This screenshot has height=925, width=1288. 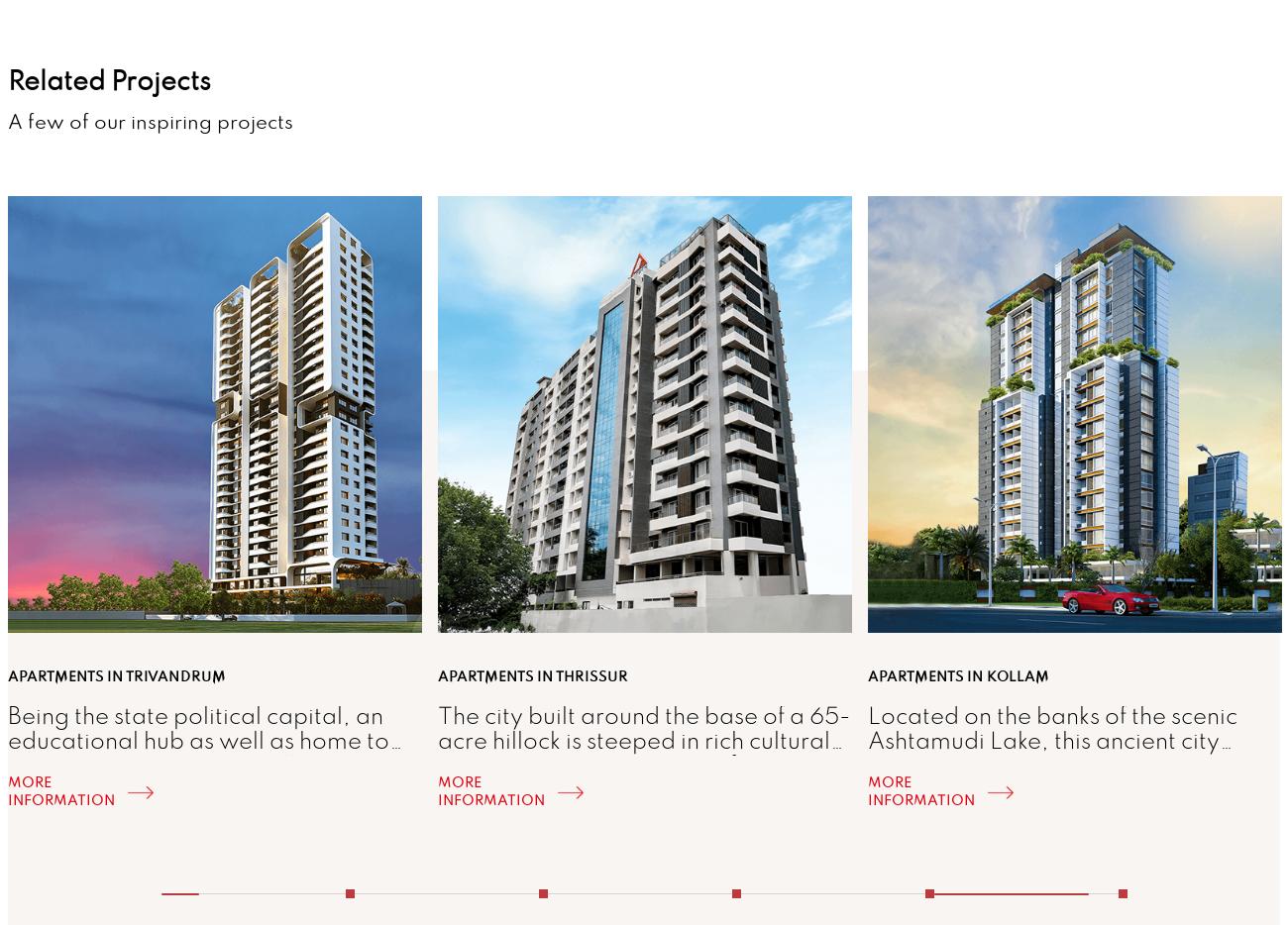 What do you see at coordinates (536, 879) in the screenshot?
I see `'2'` at bounding box center [536, 879].